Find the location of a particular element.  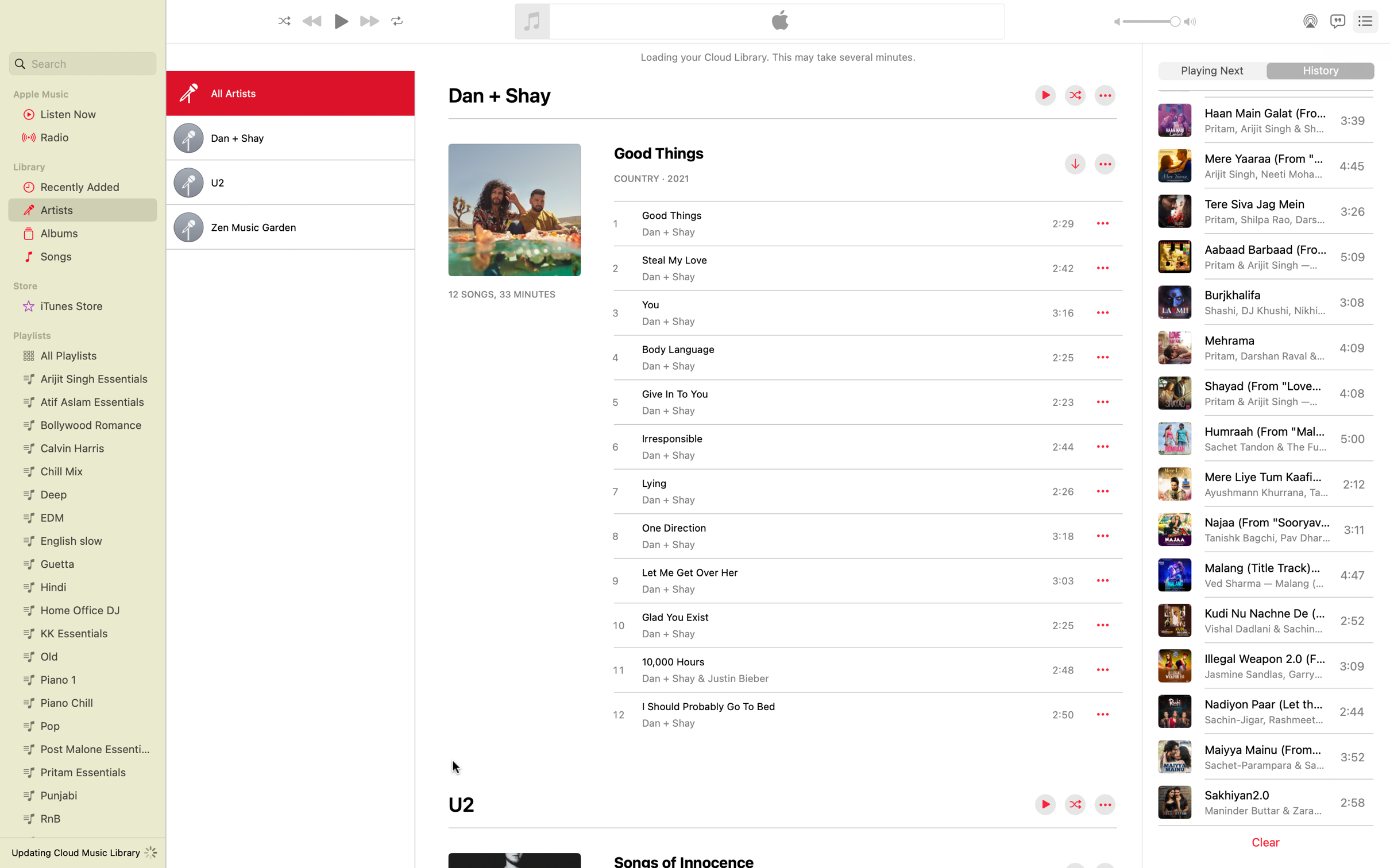

Play the song "Mere Liye Tum Kaafi is located at coordinates (1264, 483).